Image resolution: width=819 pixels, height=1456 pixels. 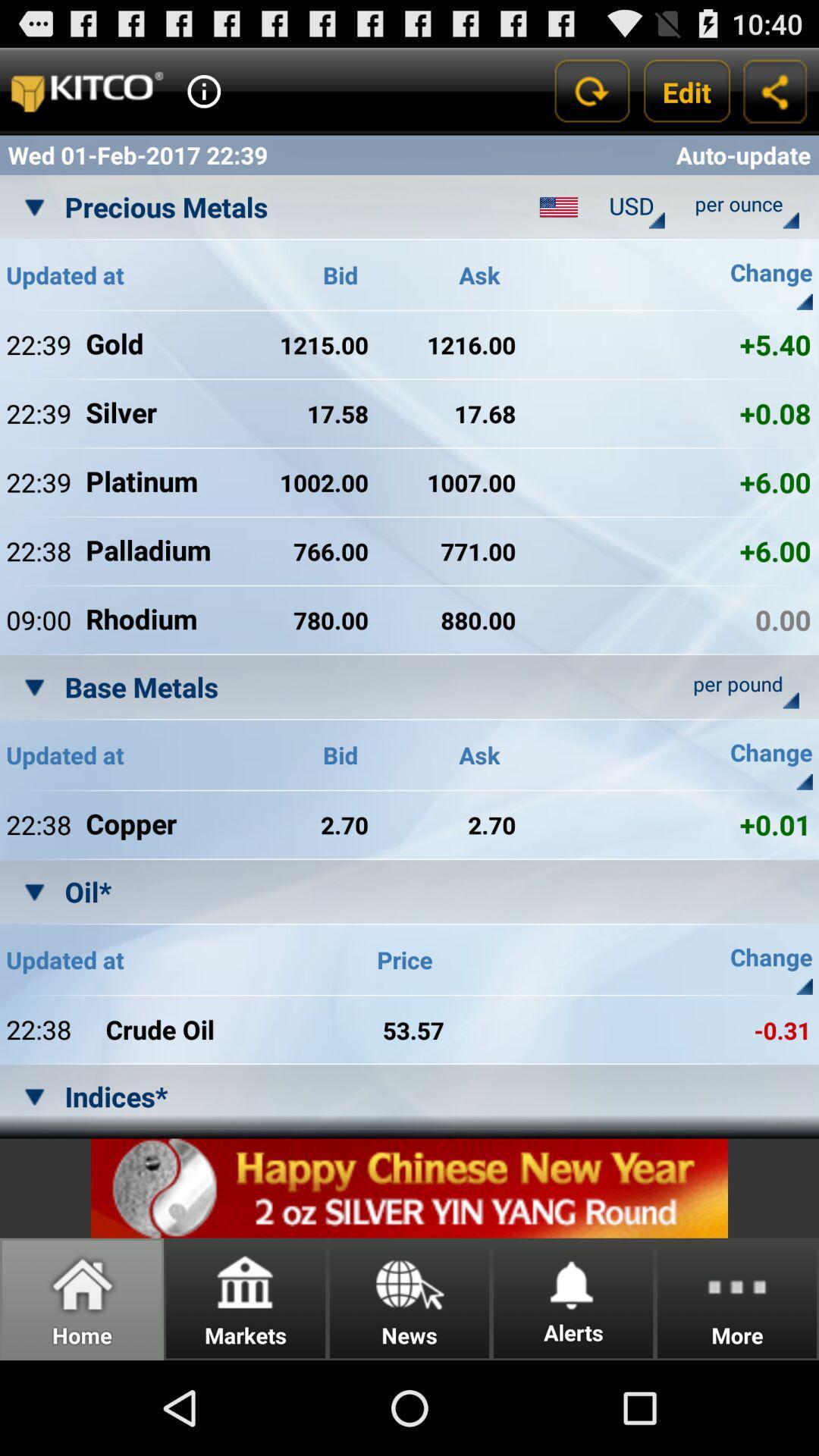 I want to click on the icon right to alerts icon, so click(x=736, y=1298).